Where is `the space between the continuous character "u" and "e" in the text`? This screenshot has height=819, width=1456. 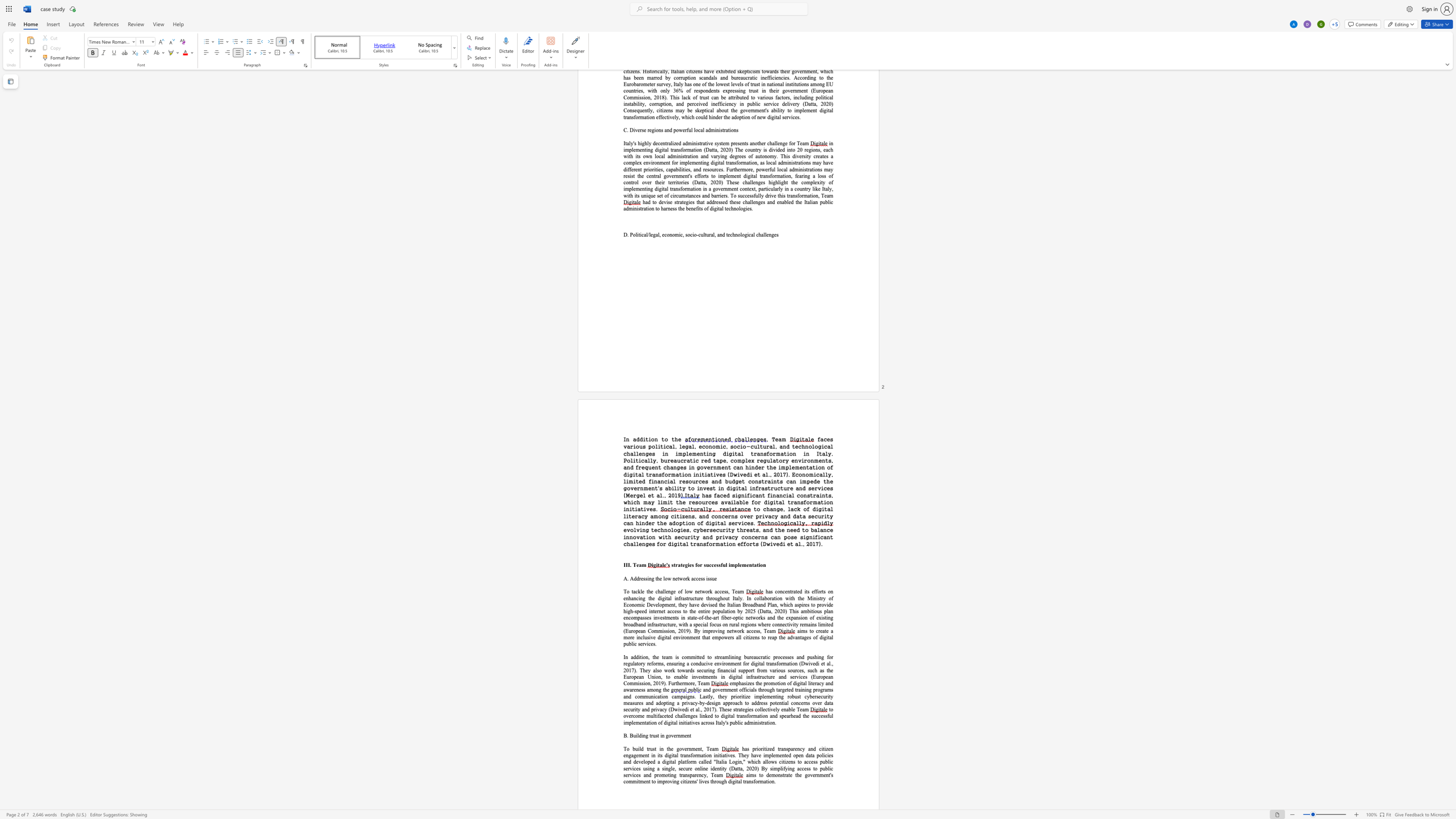 the space between the continuous character "u" and "e" in the text is located at coordinates (714, 578).